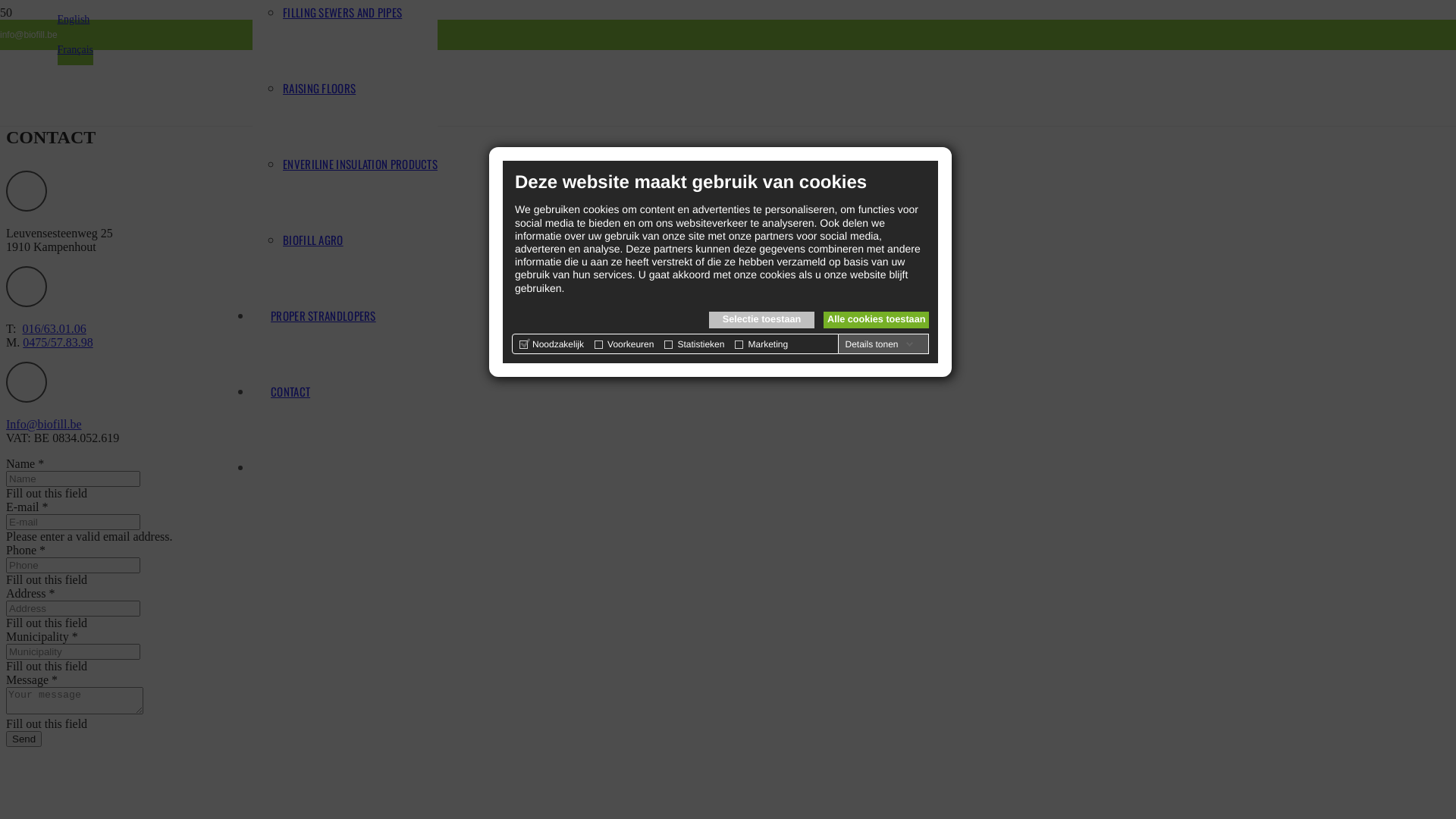 The height and width of the screenshot is (819, 1456). What do you see at coordinates (761, 318) in the screenshot?
I see `'Selectie toestaan'` at bounding box center [761, 318].